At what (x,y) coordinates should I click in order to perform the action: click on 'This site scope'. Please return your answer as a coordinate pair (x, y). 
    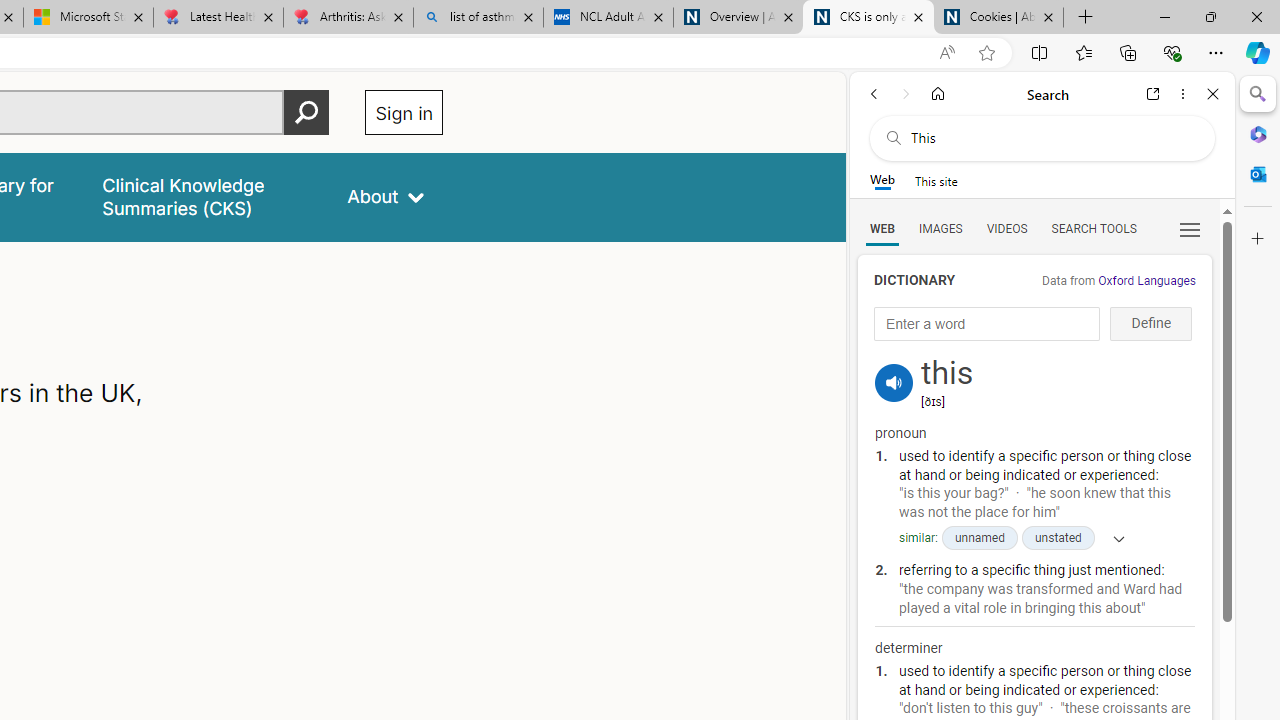
    Looking at the image, I should click on (935, 180).